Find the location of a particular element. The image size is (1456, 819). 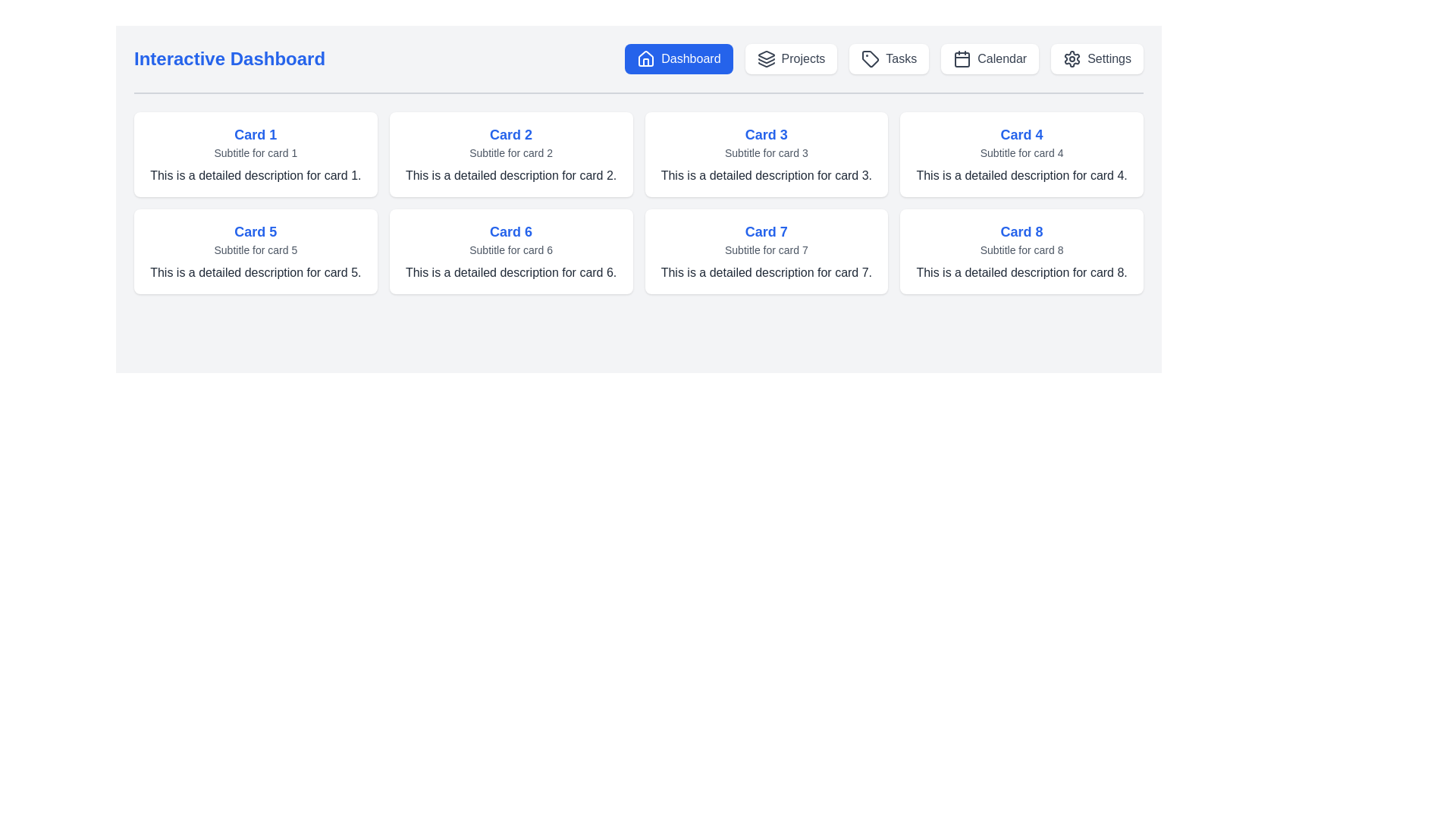

the text element displaying 'Subtitle for card 5', which is styled with gray color and medium font, located below the title 'Card 5' in the second row of cards is located at coordinates (256, 249).